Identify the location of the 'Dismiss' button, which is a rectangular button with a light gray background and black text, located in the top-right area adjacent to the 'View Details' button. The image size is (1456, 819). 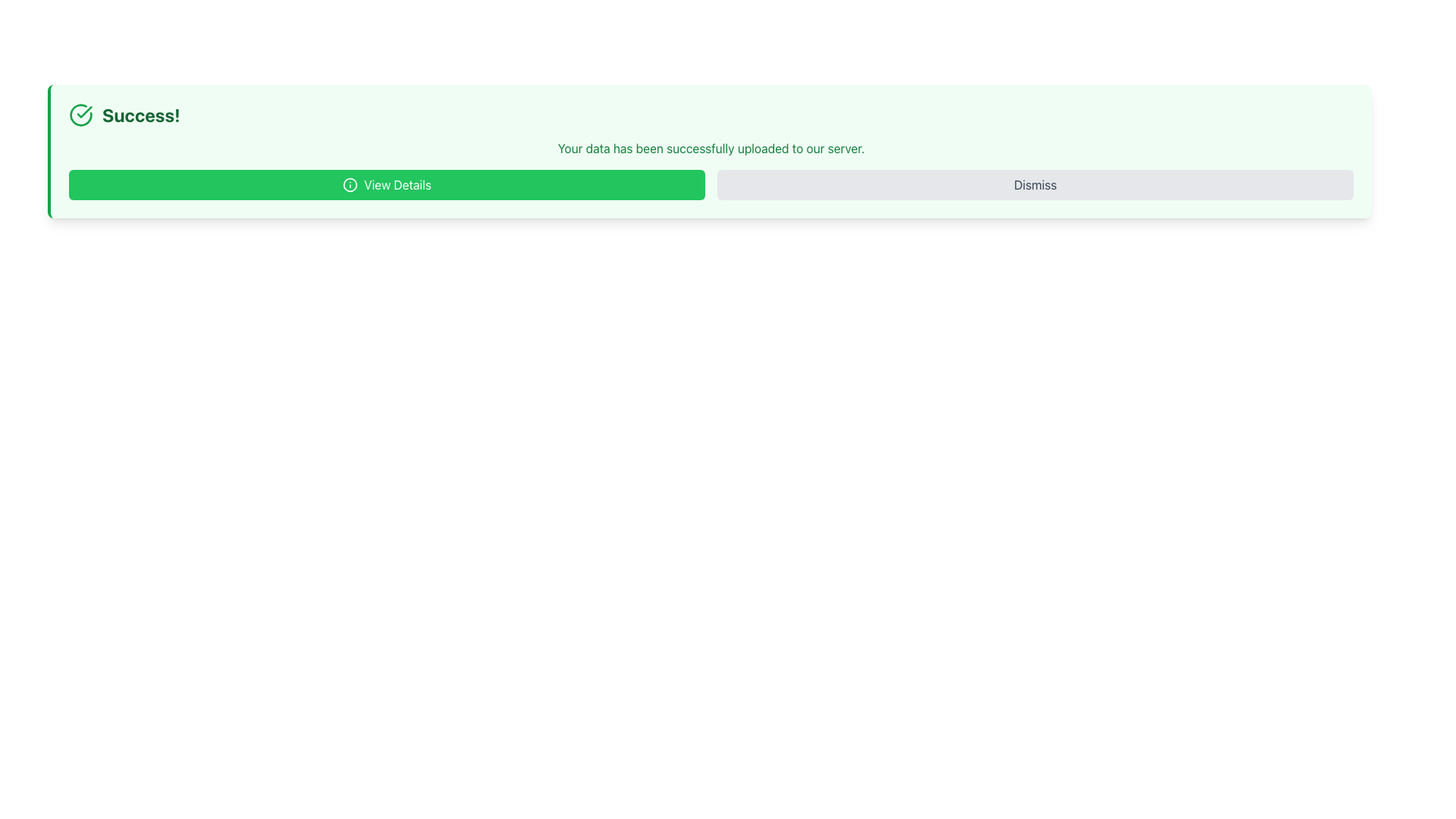
(1034, 184).